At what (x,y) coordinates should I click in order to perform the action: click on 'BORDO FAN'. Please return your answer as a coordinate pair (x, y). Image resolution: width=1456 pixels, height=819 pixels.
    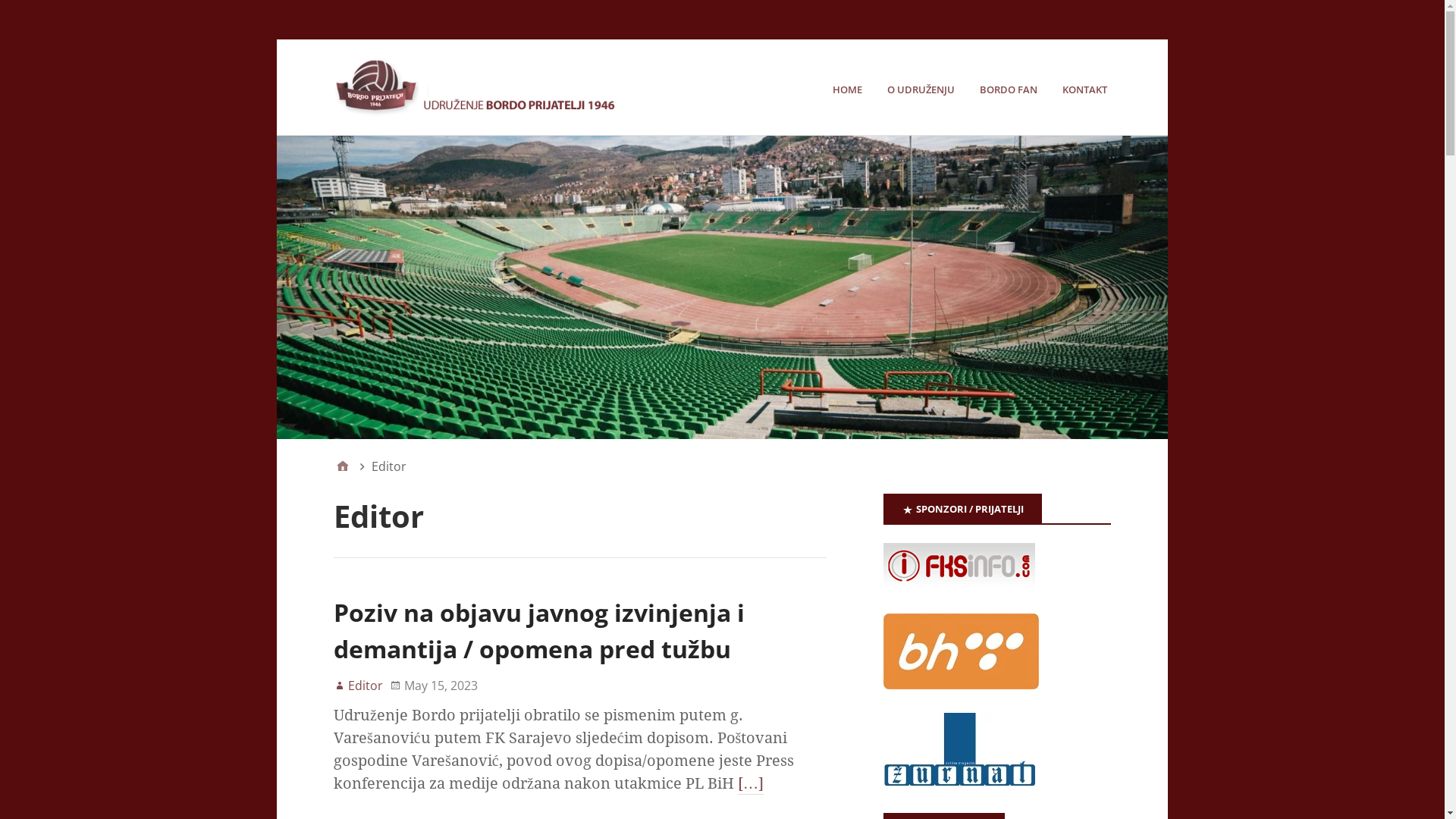
    Looking at the image, I should click on (979, 89).